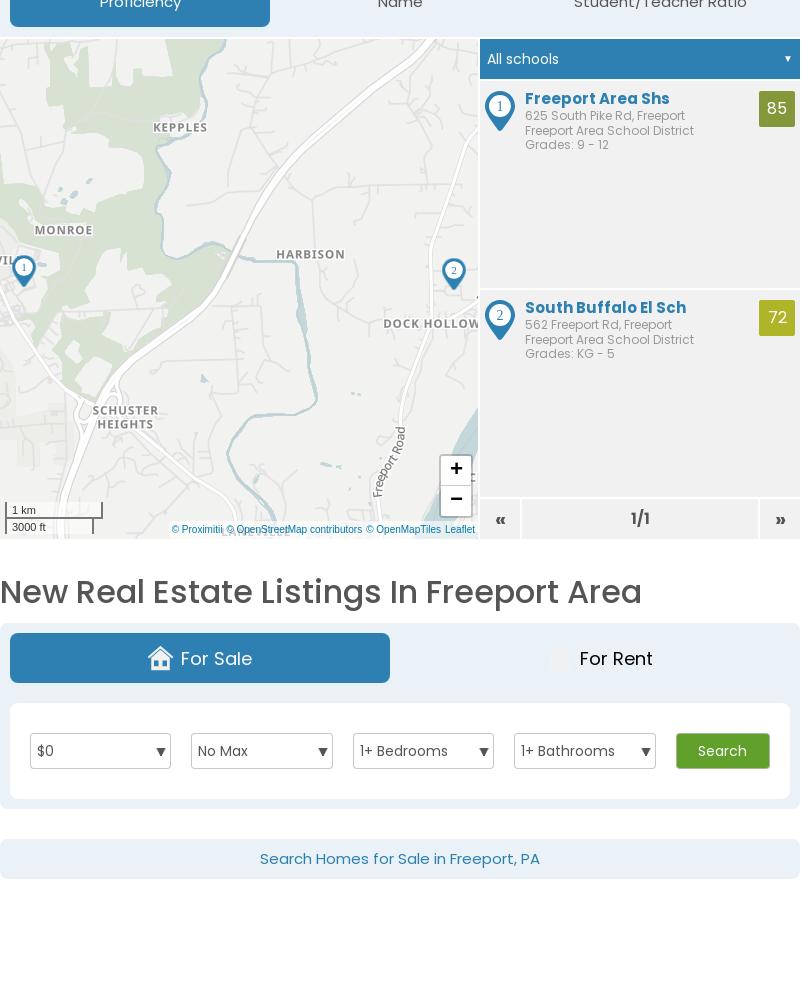  I want to click on '625 South Pike Rd, Freeport', so click(605, 114).